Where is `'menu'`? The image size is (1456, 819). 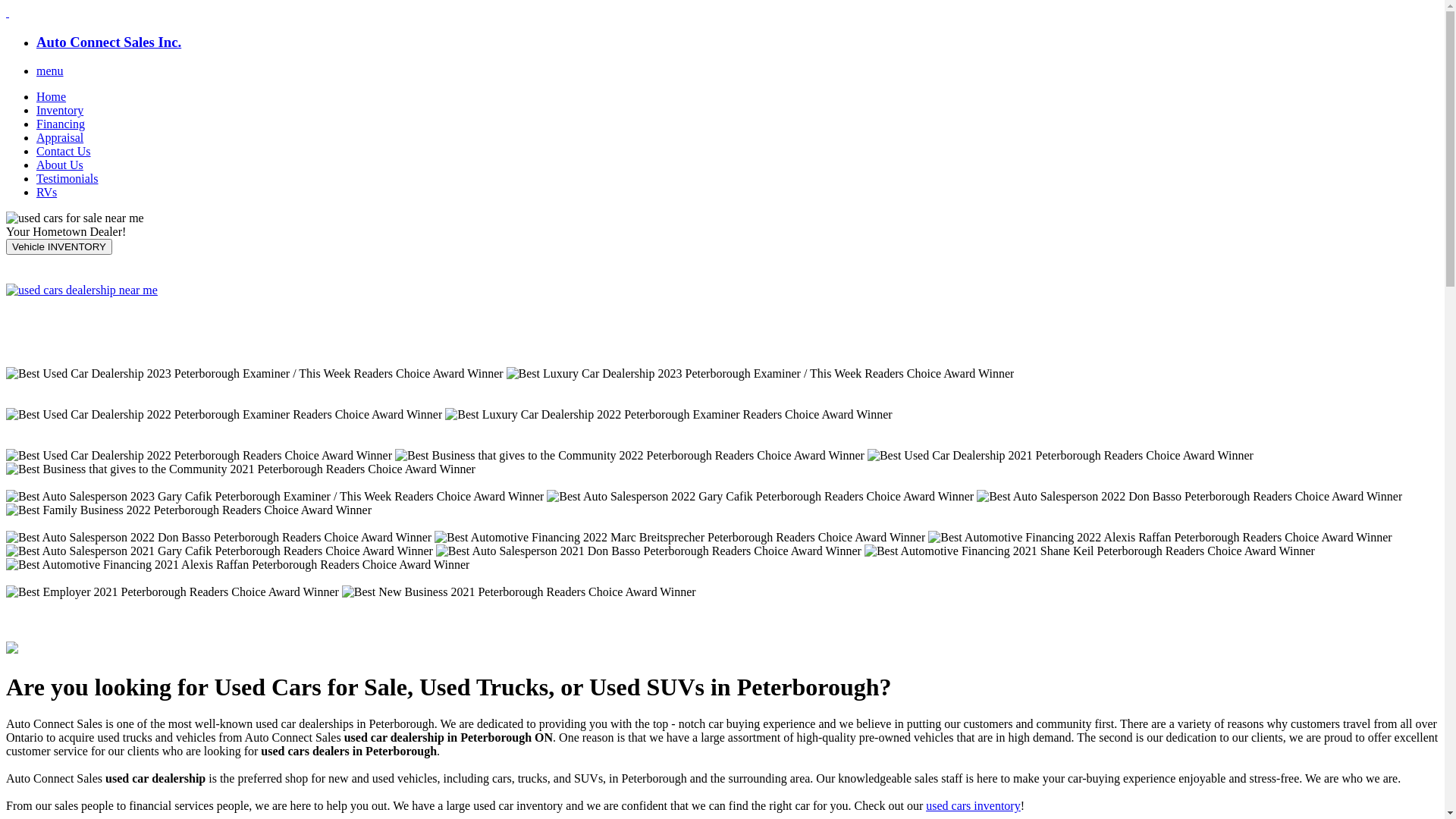 'menu' is located at coordinates (50, 71).